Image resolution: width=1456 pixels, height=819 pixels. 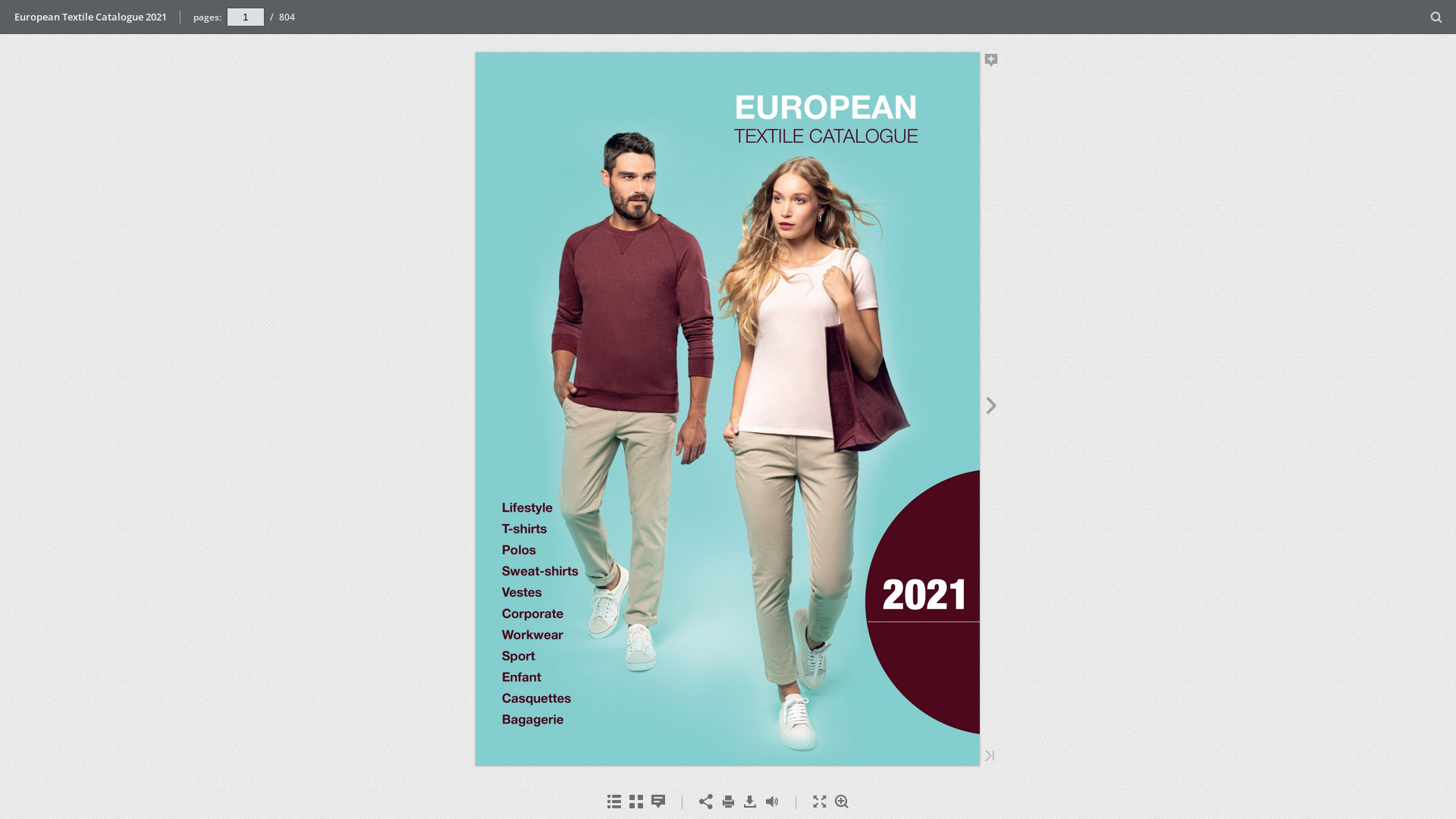 What do you see at coordinates (635, 801) in the screenshot?
I see `'Thumbnails'` at bounding box center [635, 801].